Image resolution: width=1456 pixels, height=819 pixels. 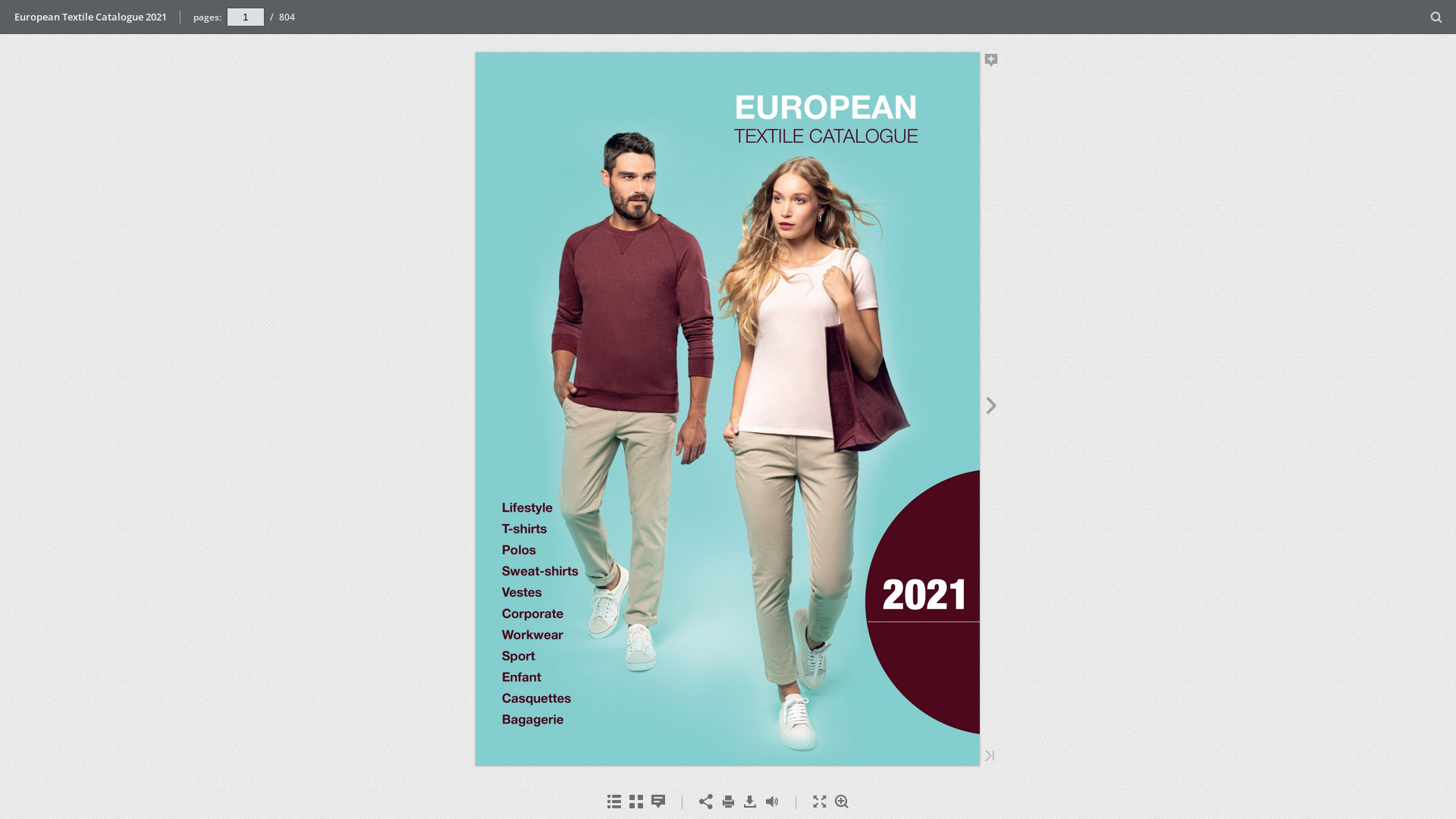 What do you see at coordinates (635, 801) in the screenshot?
I see `'Thumbnails'` at bounding box center [635, 801].